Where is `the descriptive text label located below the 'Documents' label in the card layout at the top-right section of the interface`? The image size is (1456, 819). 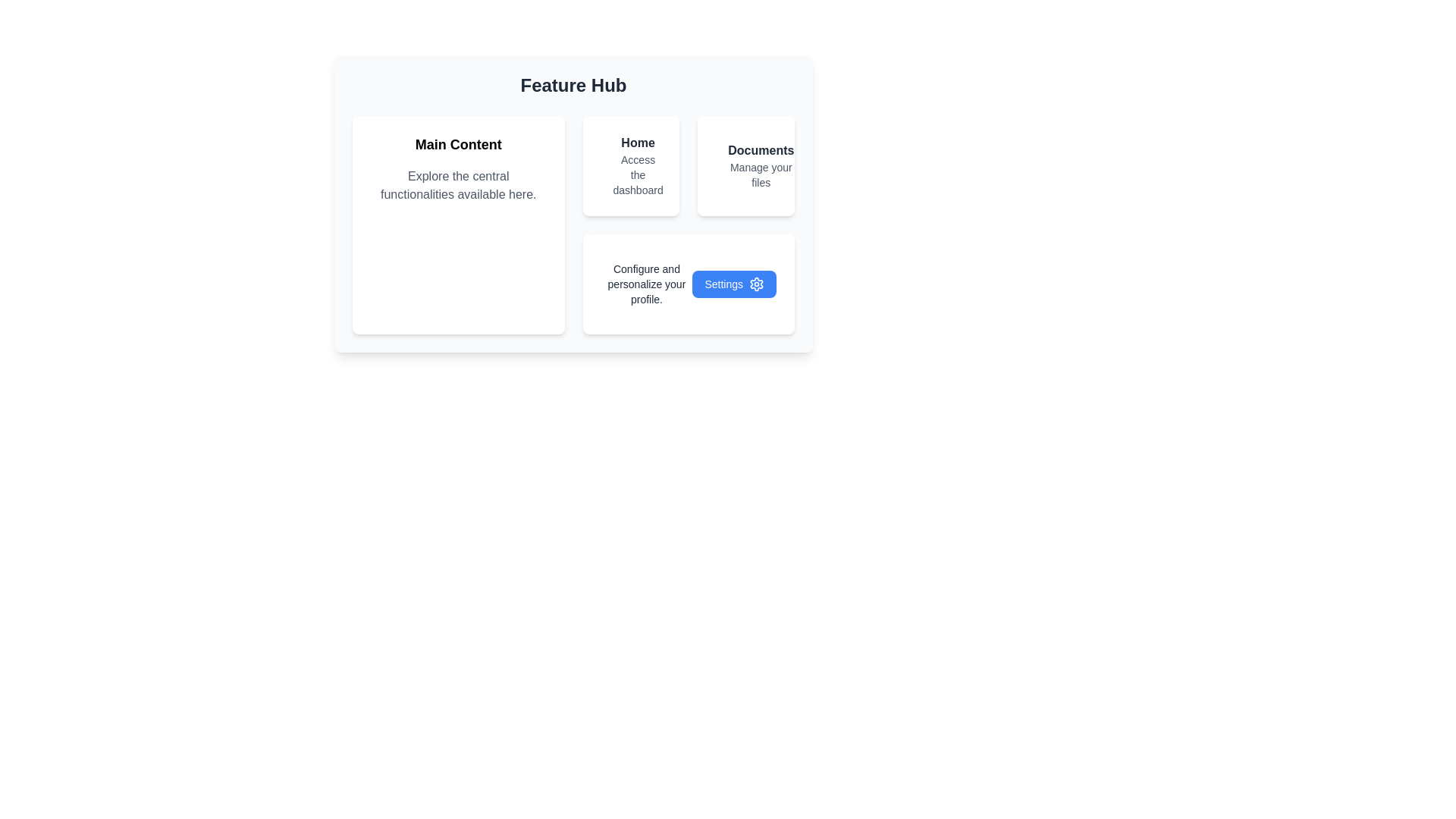
the descriptive text label located below the 'Documents' label in the card layout at the top-right section of the interface is located at coordinates (761, 174).